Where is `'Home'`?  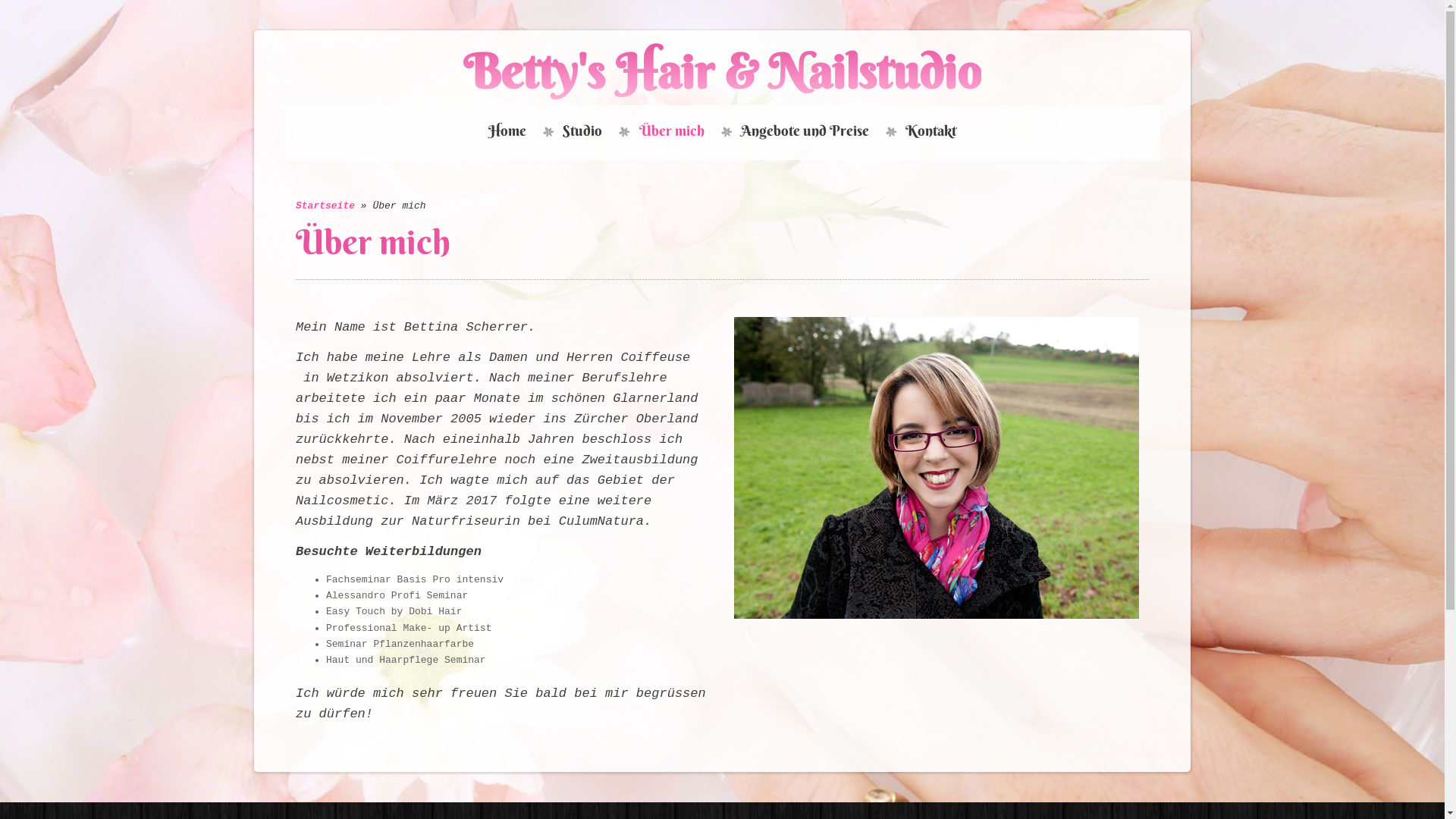 'Home' is located at coordinates (507, 131).